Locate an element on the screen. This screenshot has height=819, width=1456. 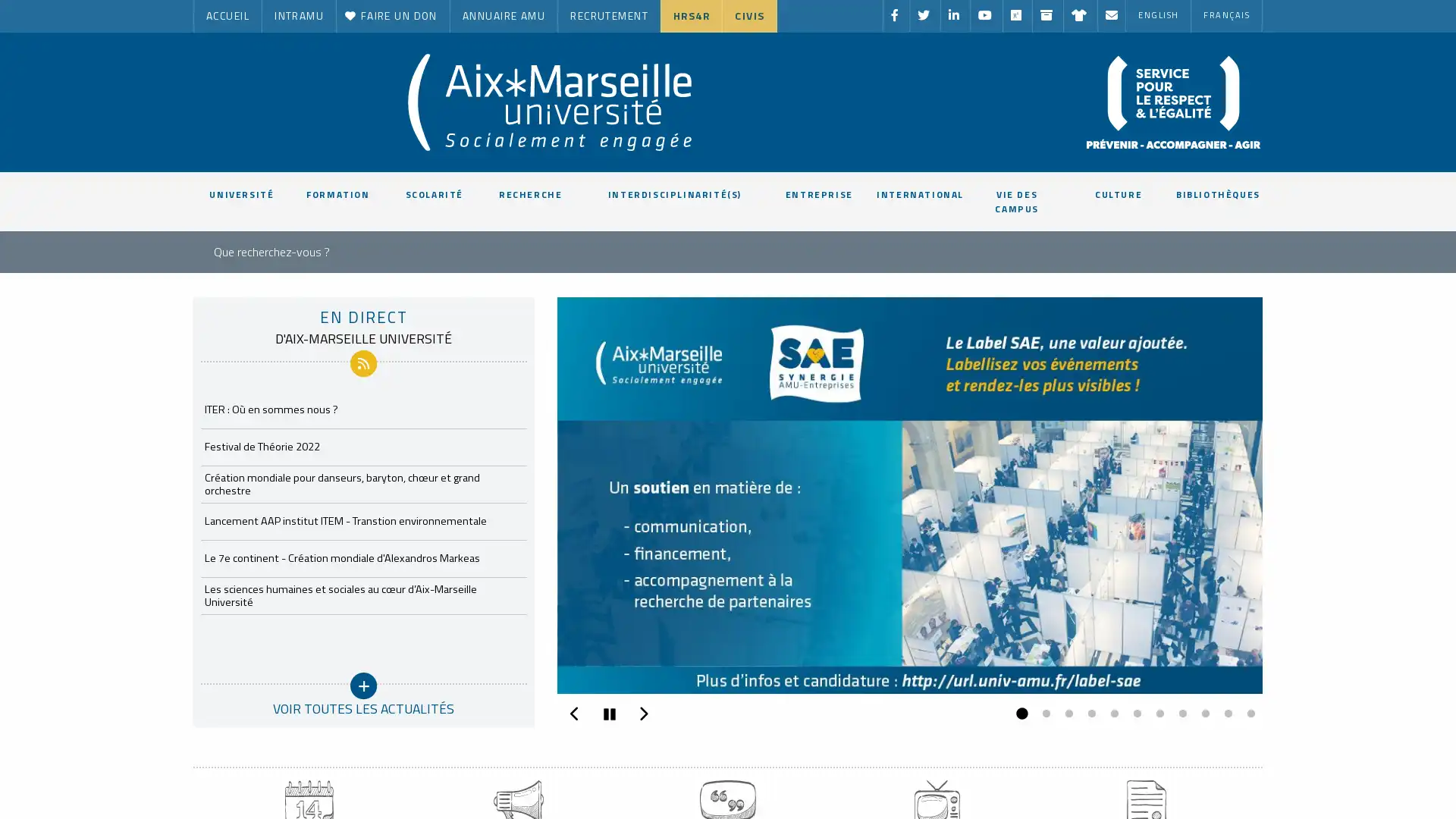
Go to slide 6 is located at coordinates (1133, 714).